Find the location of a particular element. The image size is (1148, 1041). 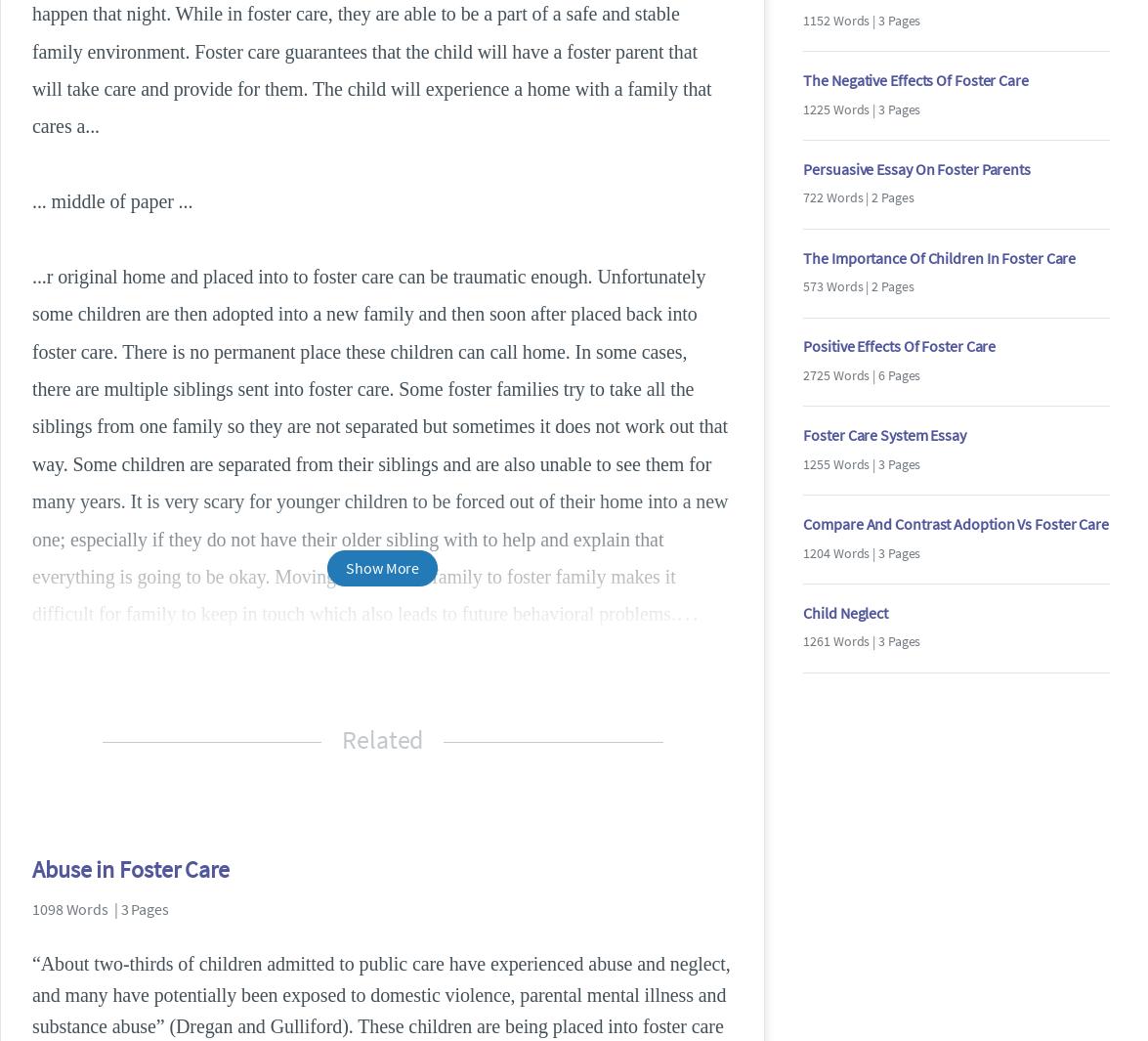

'1152 Words | 3 Pages' is located at coordinates (860, 19).